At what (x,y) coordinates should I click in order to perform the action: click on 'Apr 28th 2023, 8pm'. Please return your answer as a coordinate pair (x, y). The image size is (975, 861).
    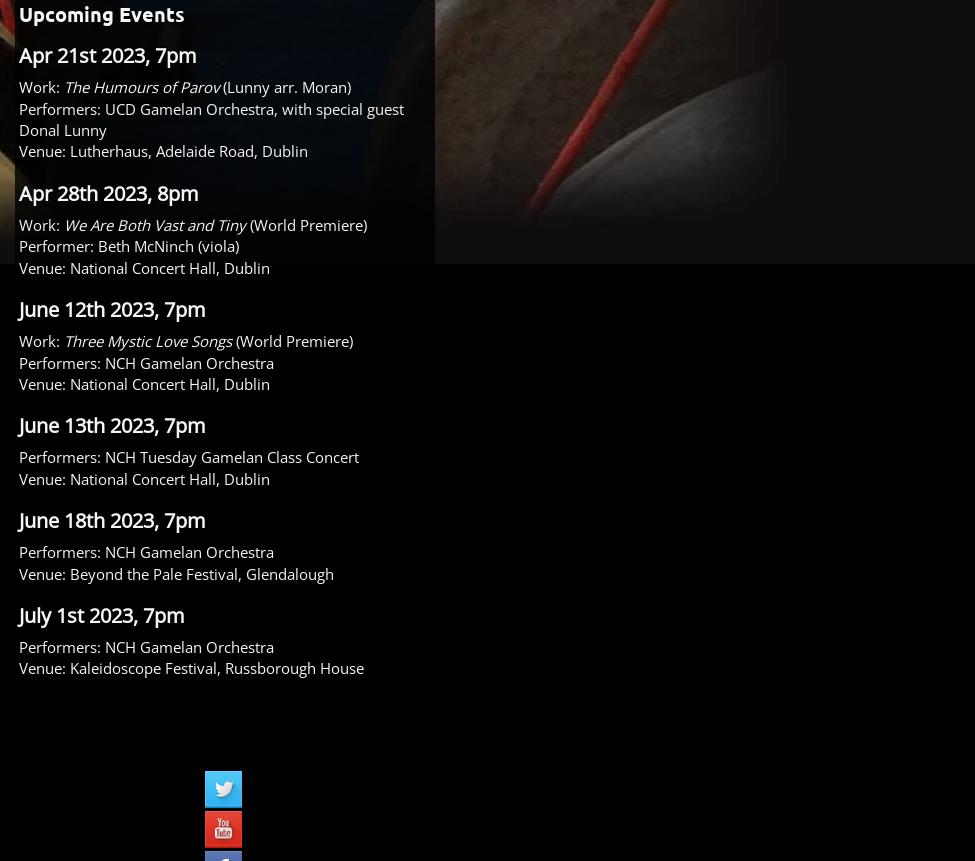
    Looking at the image, I should click on (108, 191).